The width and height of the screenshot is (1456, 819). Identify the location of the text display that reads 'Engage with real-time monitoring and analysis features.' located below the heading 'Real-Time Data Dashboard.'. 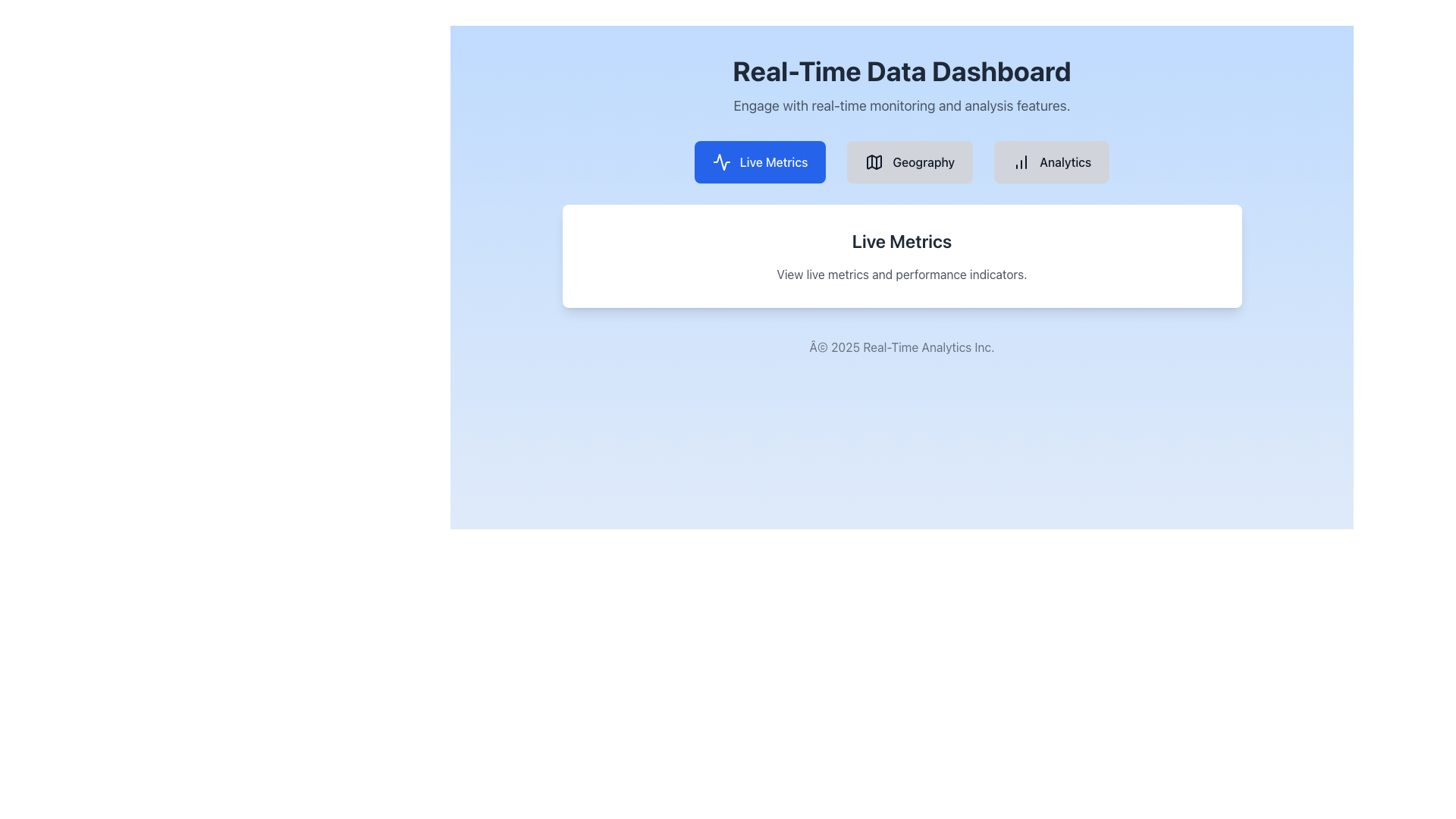
(902, 105).